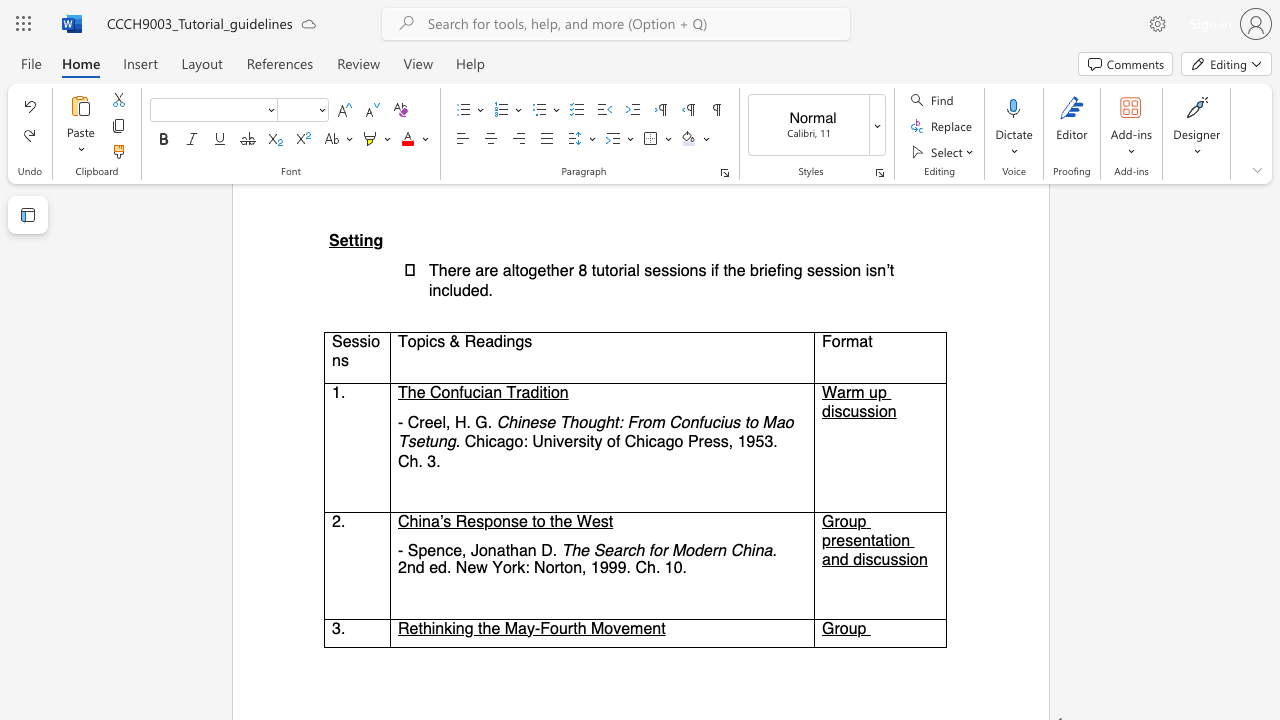 This screenshot has height=720, width=1280. What do you see at coordinates (501, 441) in the screenshot?
I see `the 1th character "a" in the text` at bounding box center [501, 441].